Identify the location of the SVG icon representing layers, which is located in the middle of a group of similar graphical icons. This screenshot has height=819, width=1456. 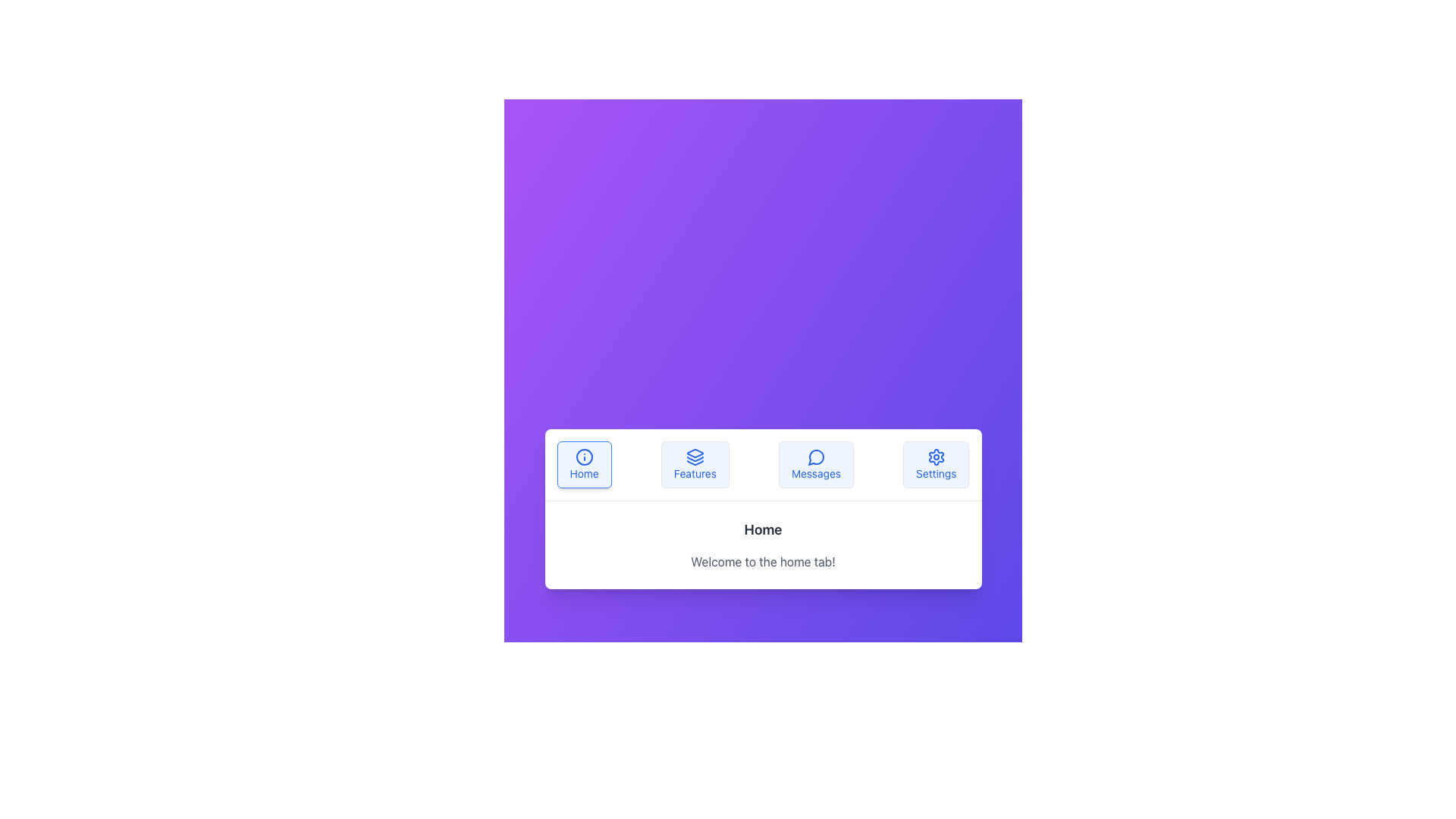
(694, 458).